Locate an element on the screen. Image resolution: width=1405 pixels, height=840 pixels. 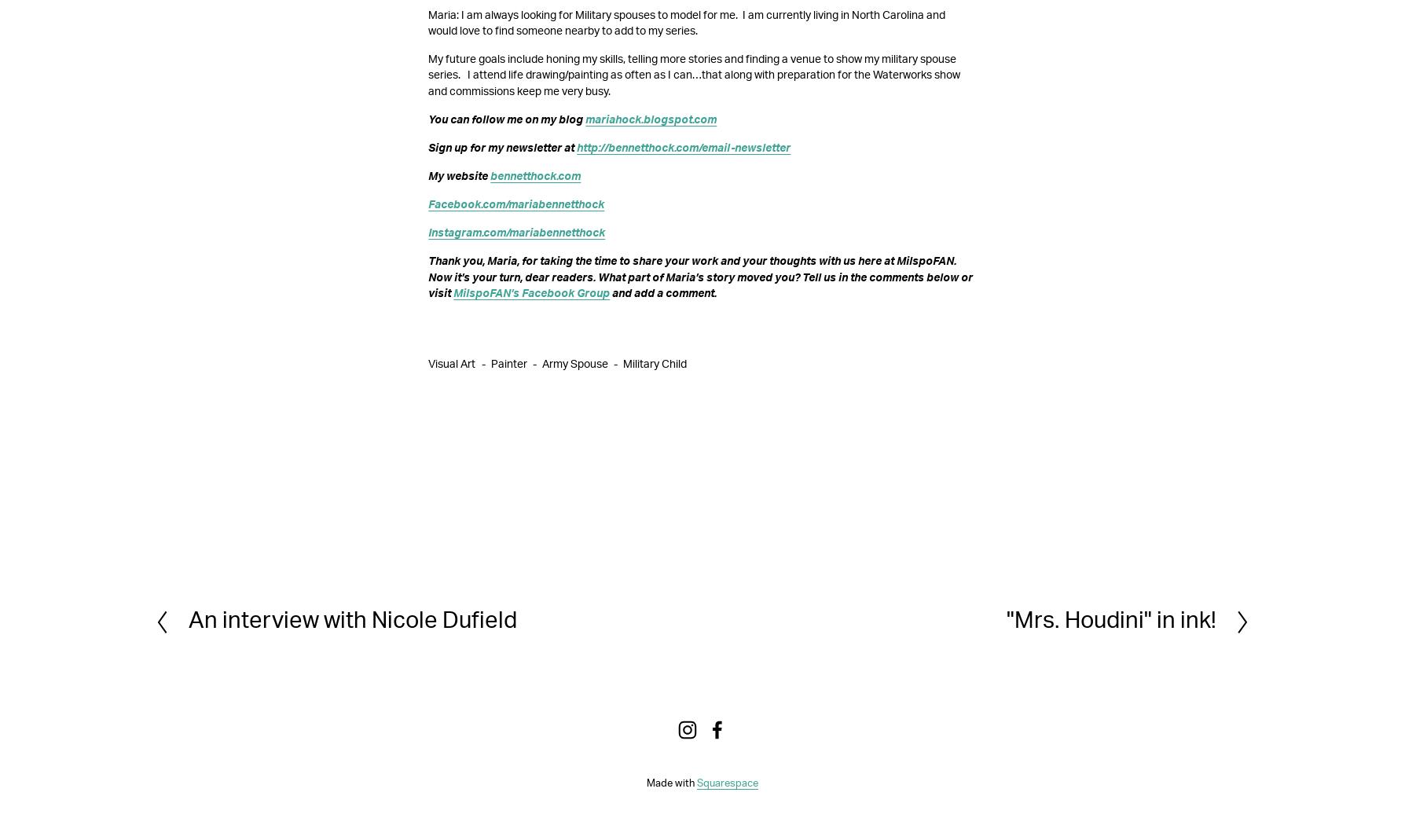
'You can follow me on my blog' is located at coordinates (427, 119).